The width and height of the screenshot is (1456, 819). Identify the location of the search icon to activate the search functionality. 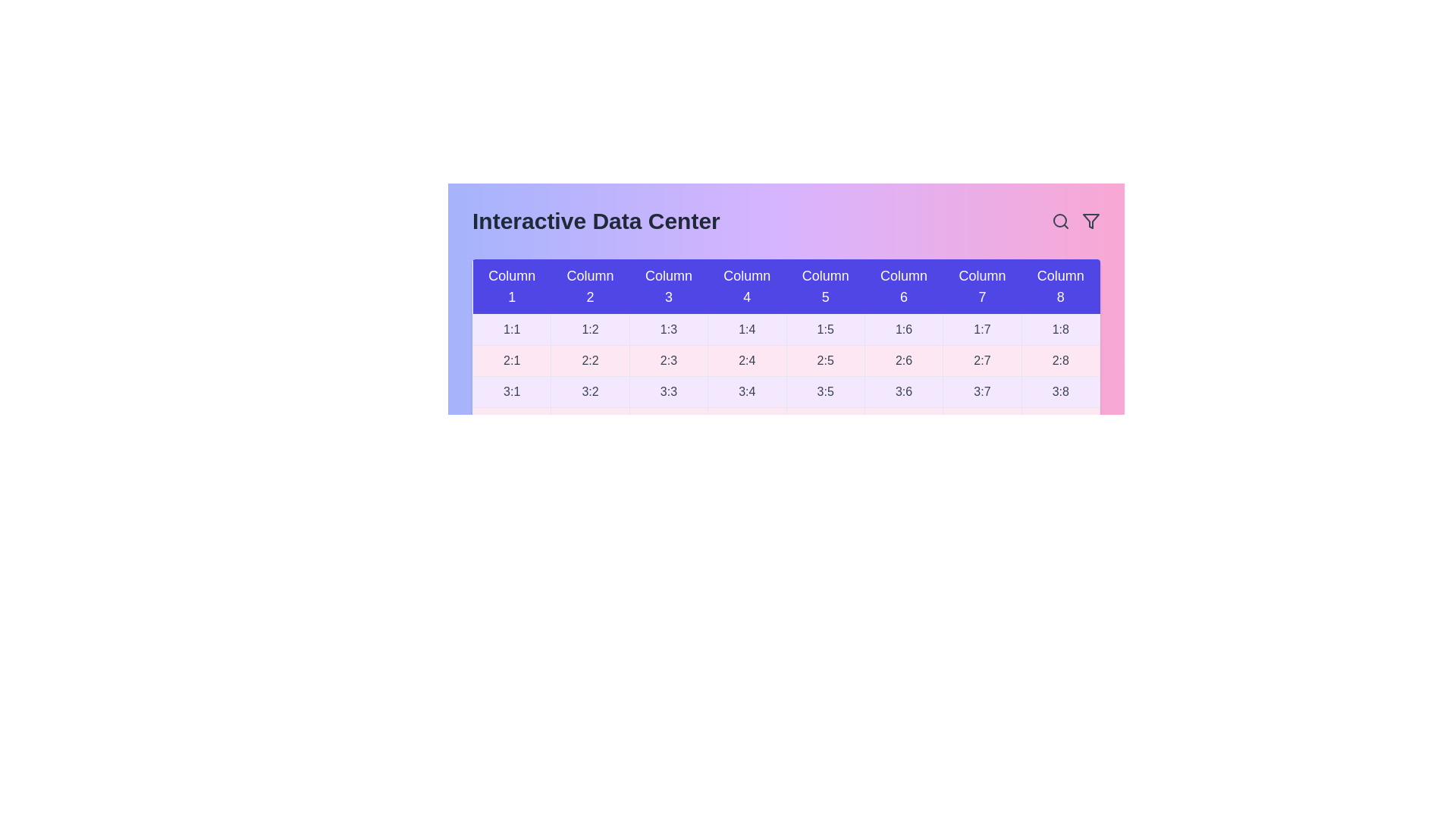
(1059, 221).